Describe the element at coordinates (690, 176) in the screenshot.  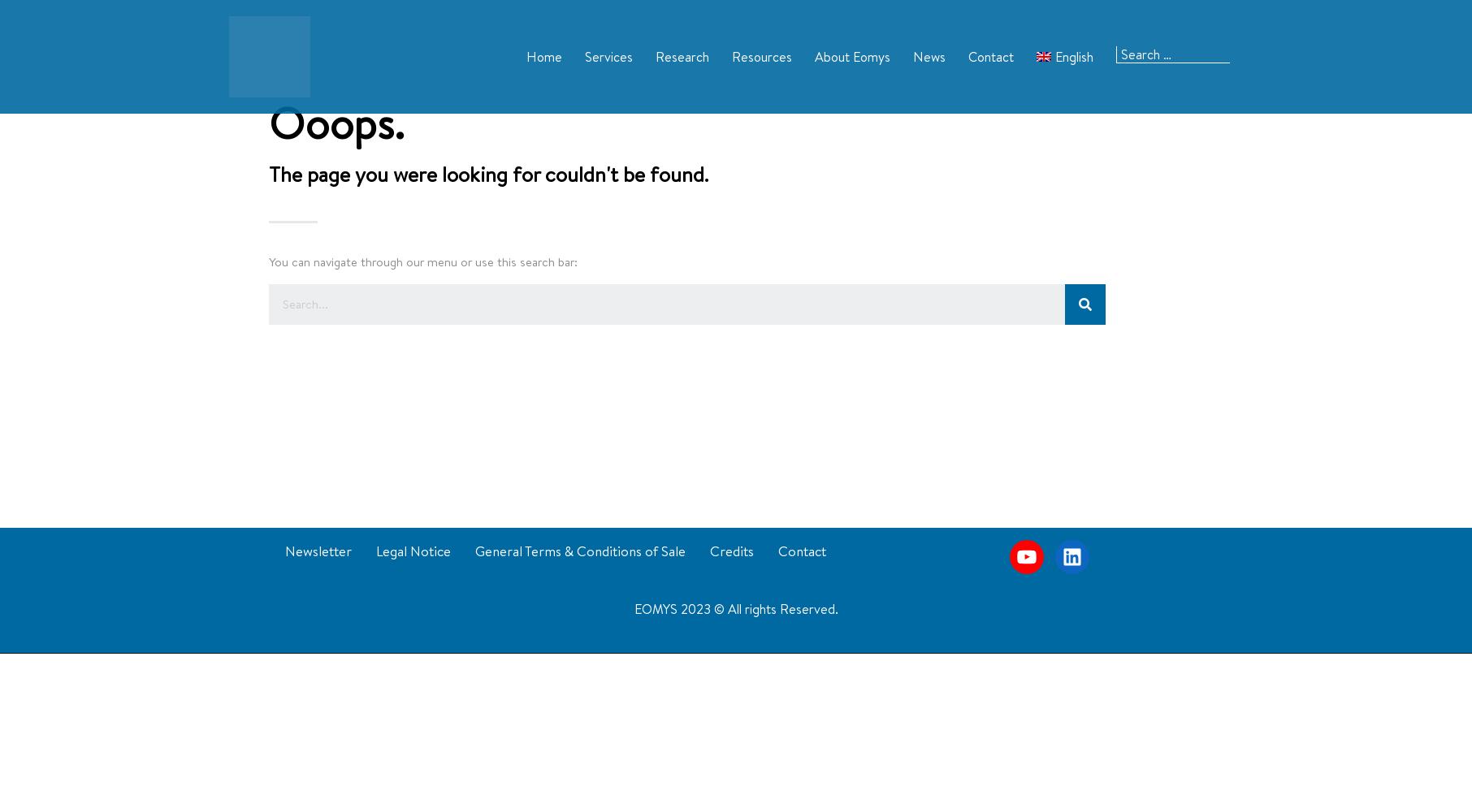
I see `'Patents'` at that location.